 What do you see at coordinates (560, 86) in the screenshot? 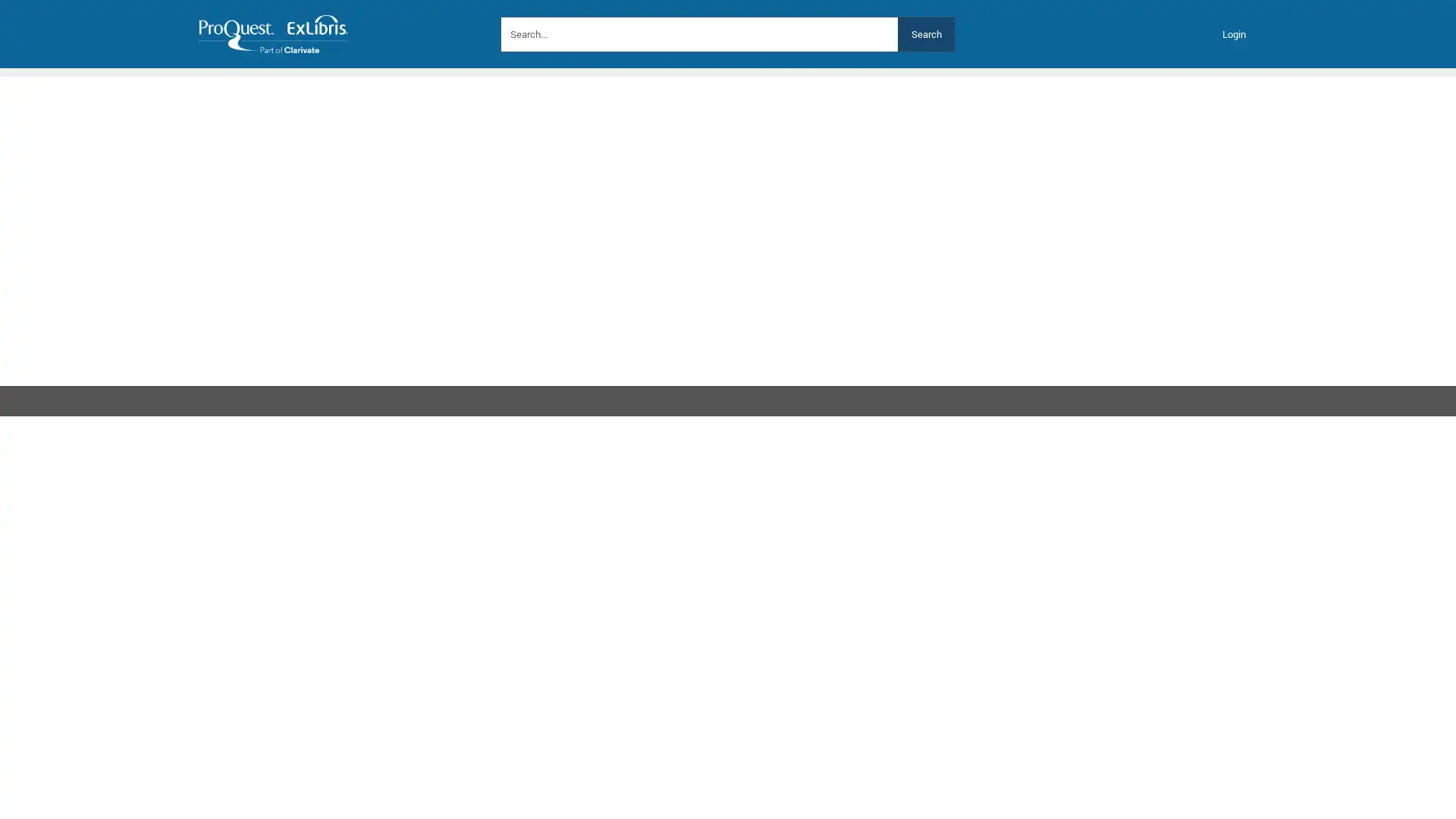
I see `Platform Status` at bounding box center [560, 86].